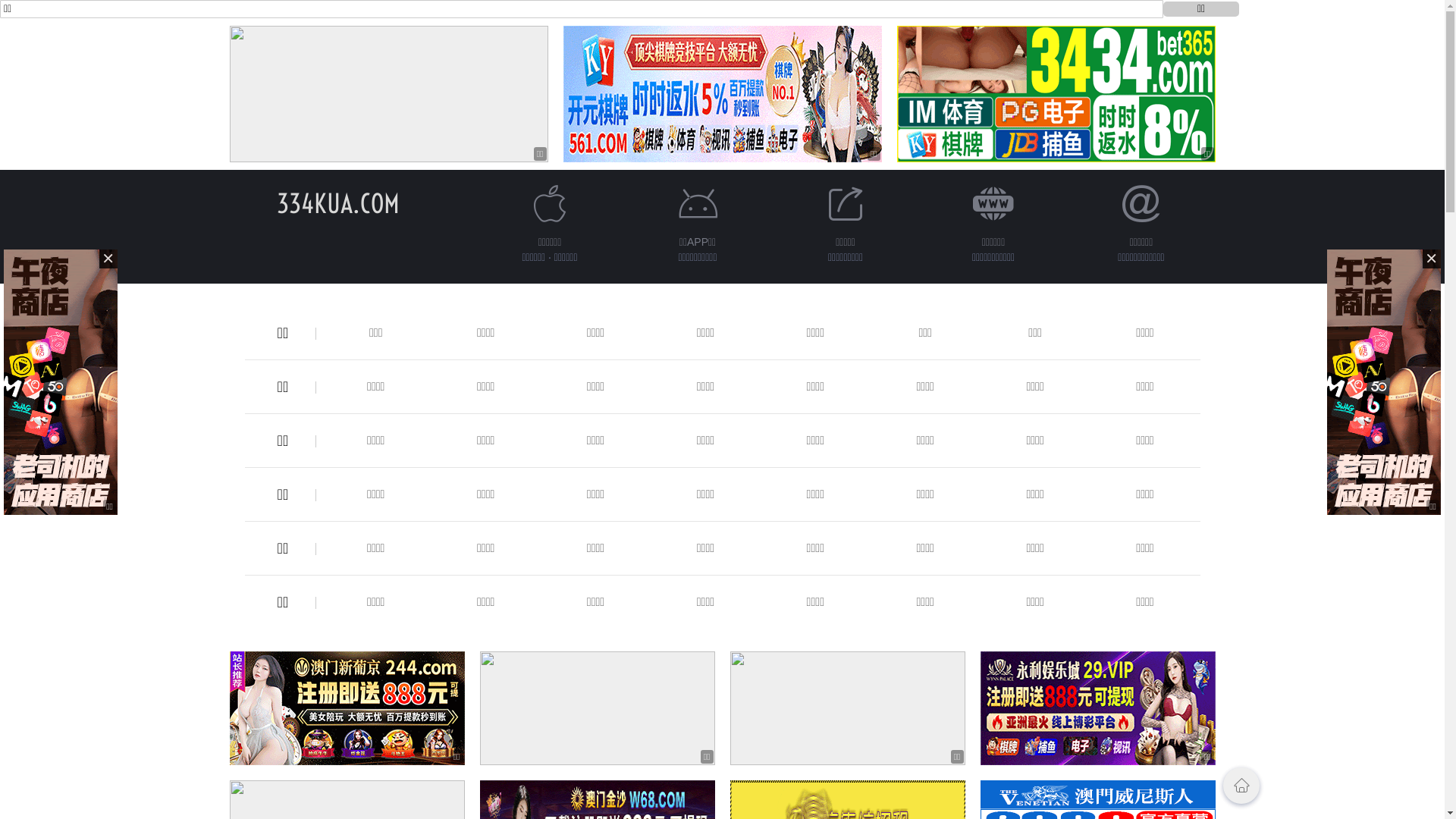 The height and width of the screenshot is (819, 1456). What do you see at coordinates (337, 202) in the screenshot?
I see `'334KUA.COM'` at bounding box center [337, 202].